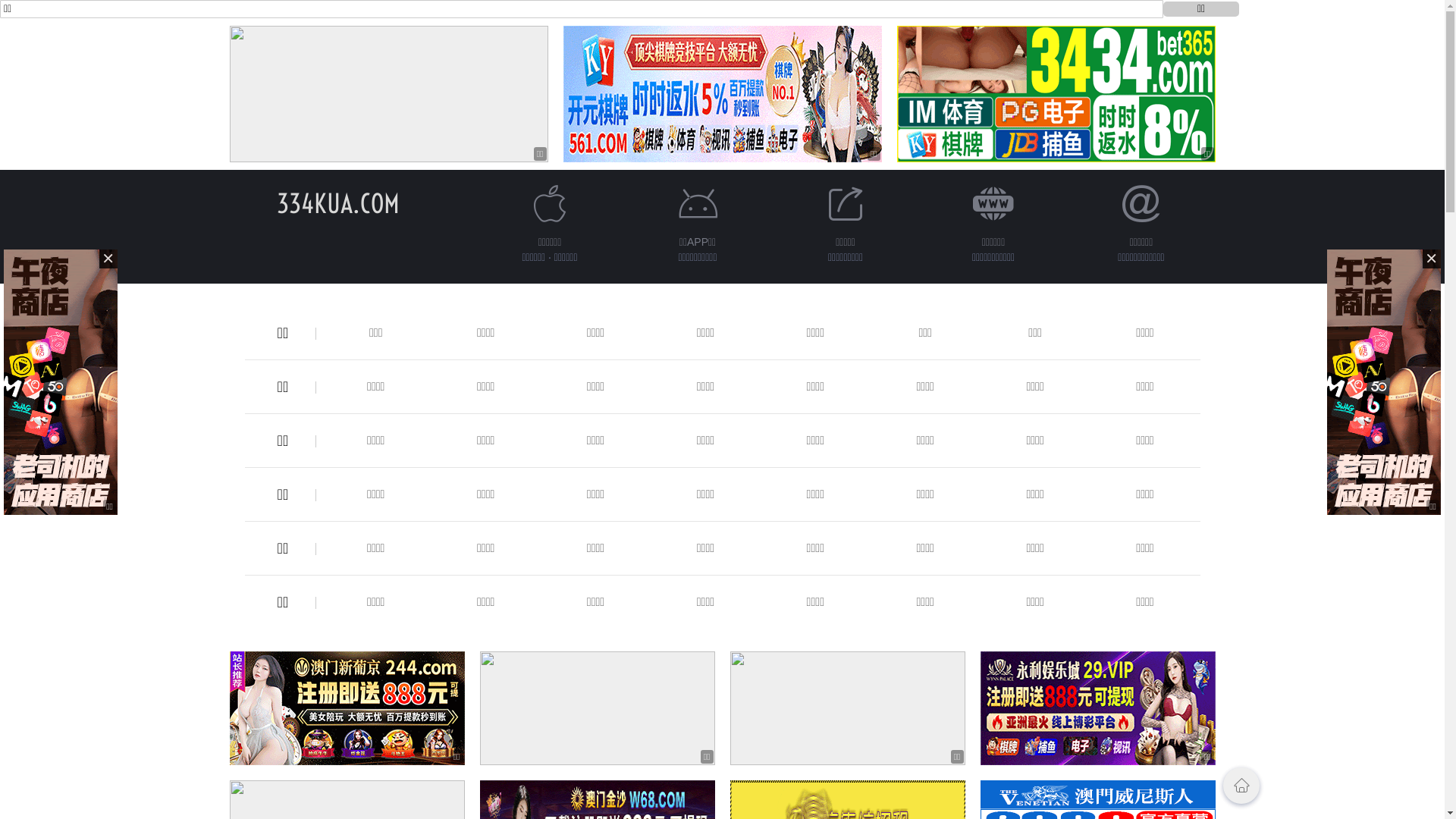 The height and width of the screenshot is (819, 1456). What do you see at coordinates (337, 202) in the screenshot?
I see `'334KUA.COM'` at bounding box center [337, 202].